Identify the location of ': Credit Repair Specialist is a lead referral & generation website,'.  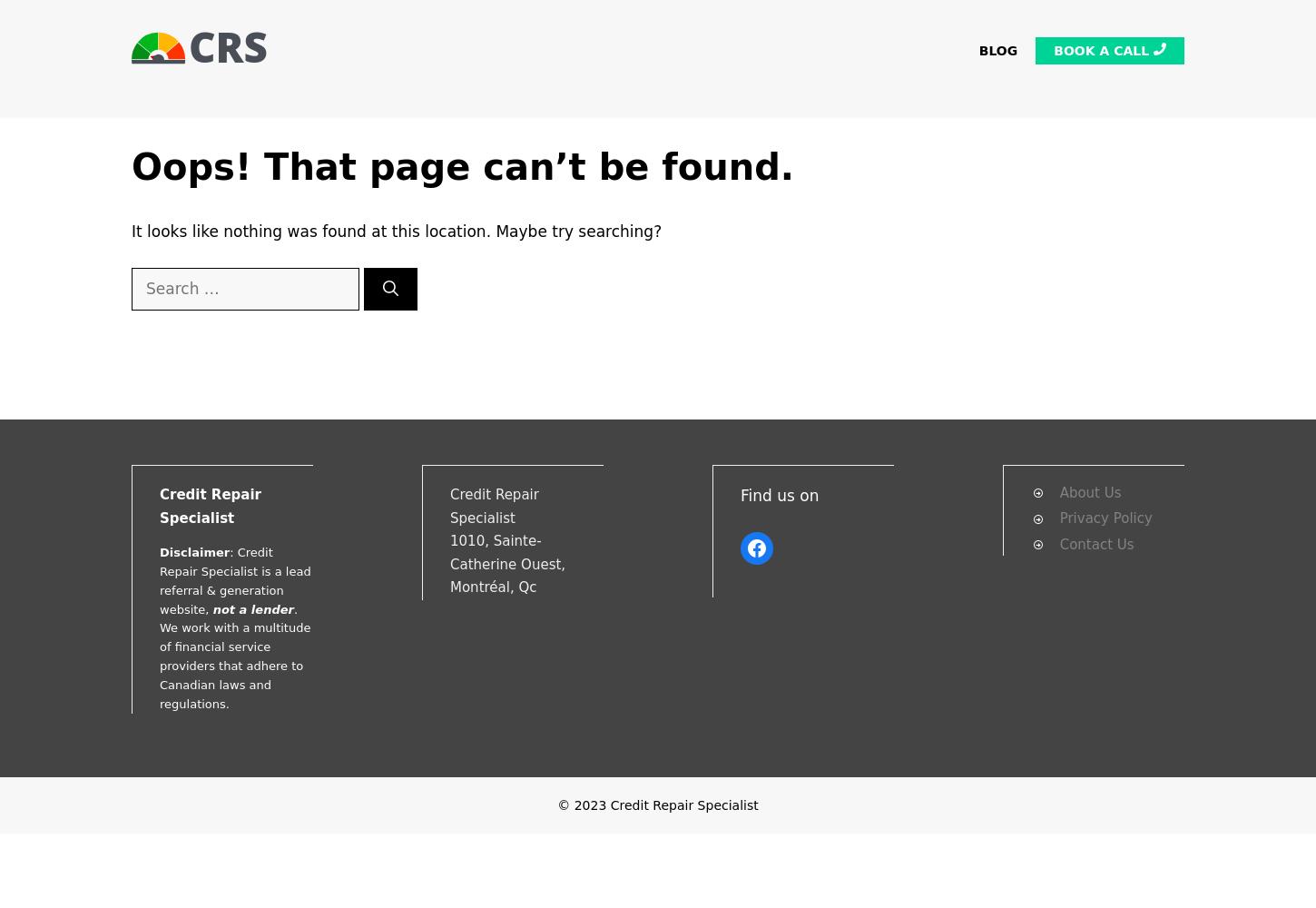
(234, 580).